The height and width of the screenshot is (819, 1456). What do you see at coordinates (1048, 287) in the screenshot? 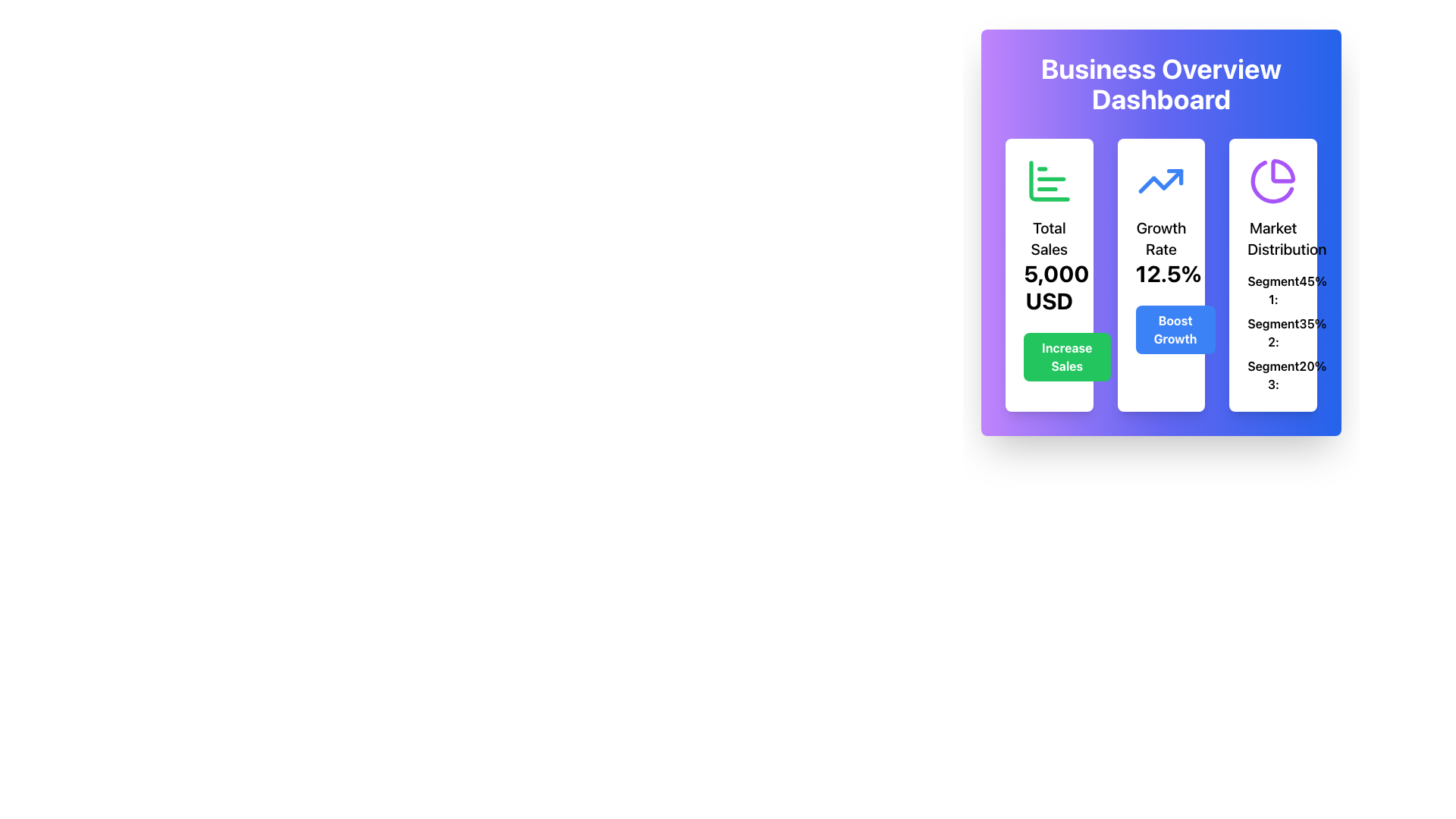
I see `the text display element that shows the total sales figure, which is located below the 'Total Sales' label and above the 'Increase Sales' button` at bounding box center [1048, 287].